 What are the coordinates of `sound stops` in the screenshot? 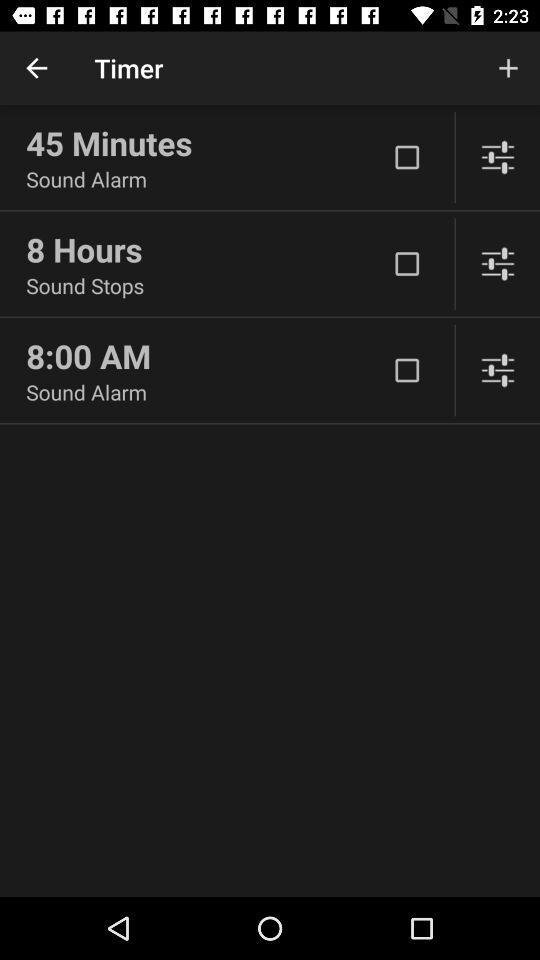 It's located at (205, 284).